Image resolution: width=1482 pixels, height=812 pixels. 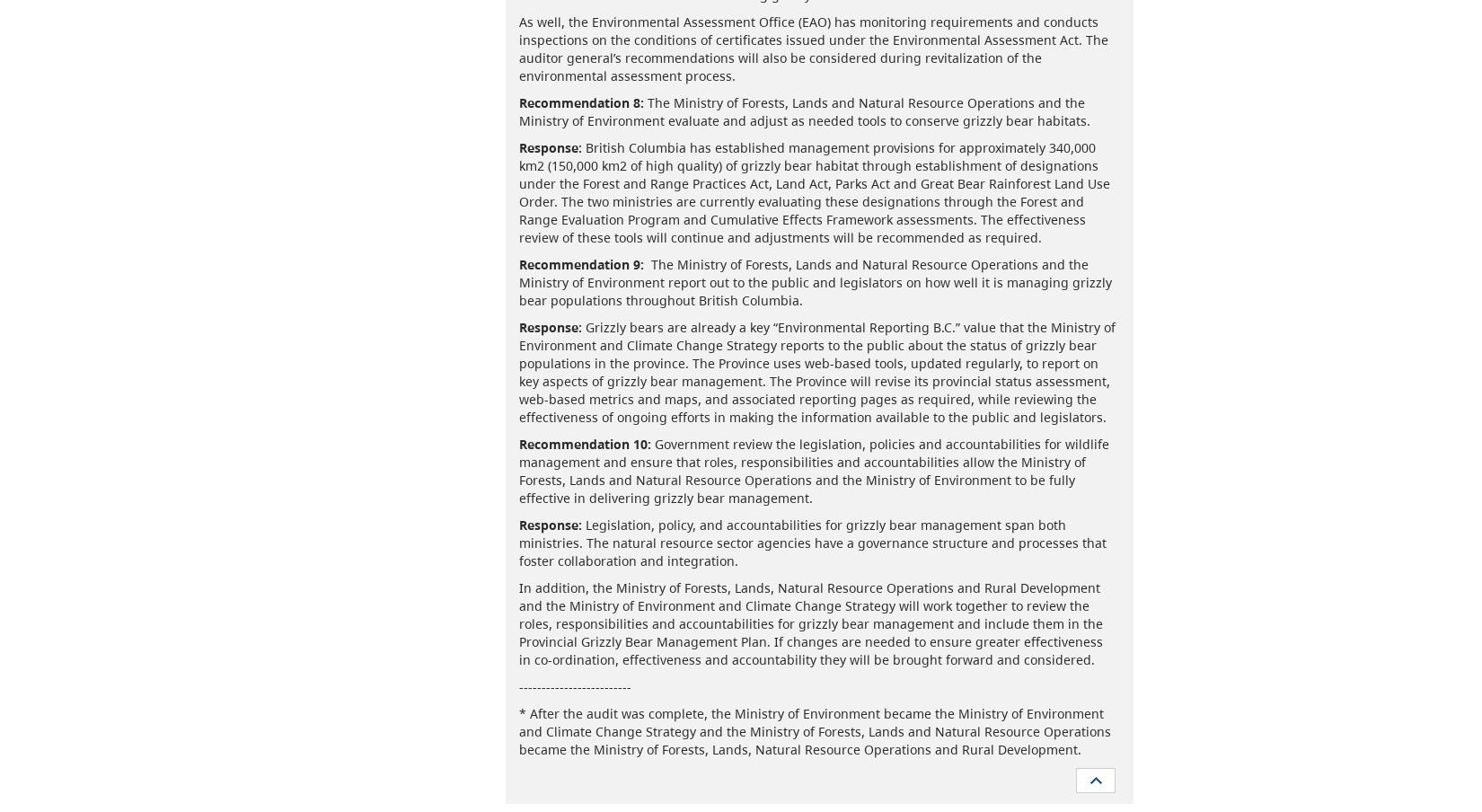 What do you see at coordinates (805, 110) in the screenshot?
I see `'The Ministry of Forests, Lands and Natural Resource Operations and the Ministry of Environment evaluate and adjust as needed tools to conserve grizzly bear habitats.'` at bounding box center [805, 110].